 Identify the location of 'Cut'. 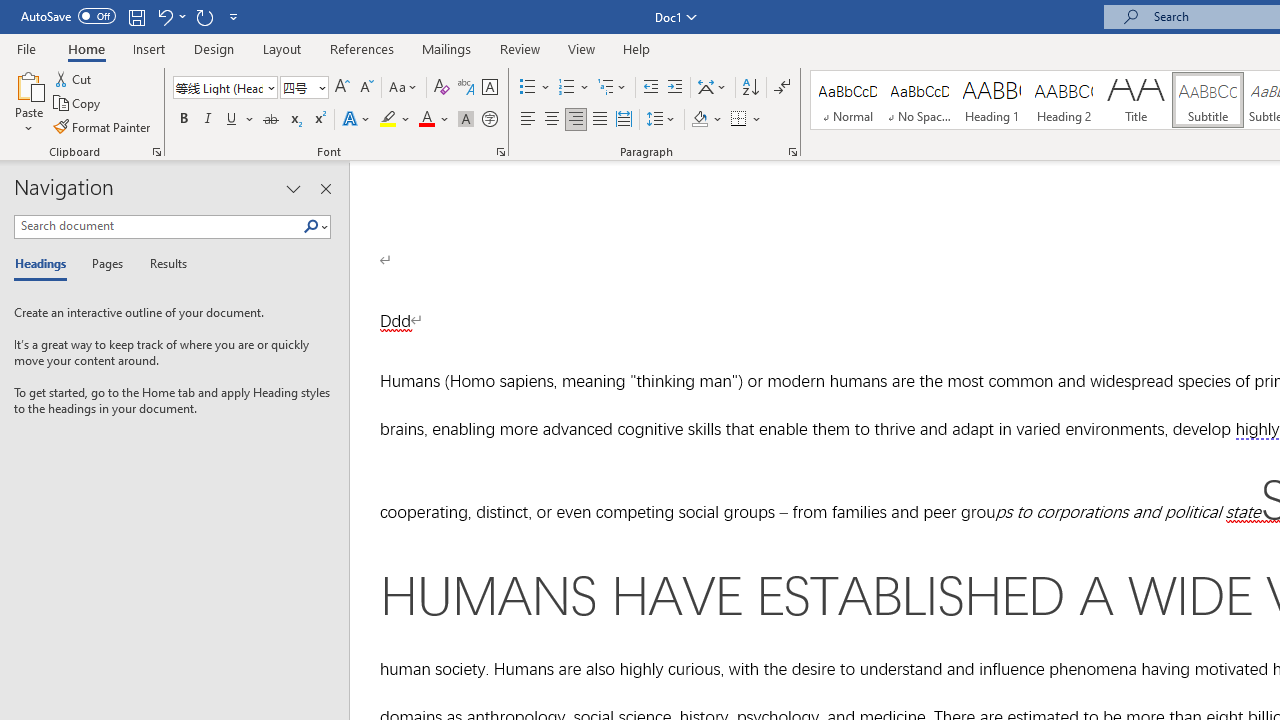
(74, 78).